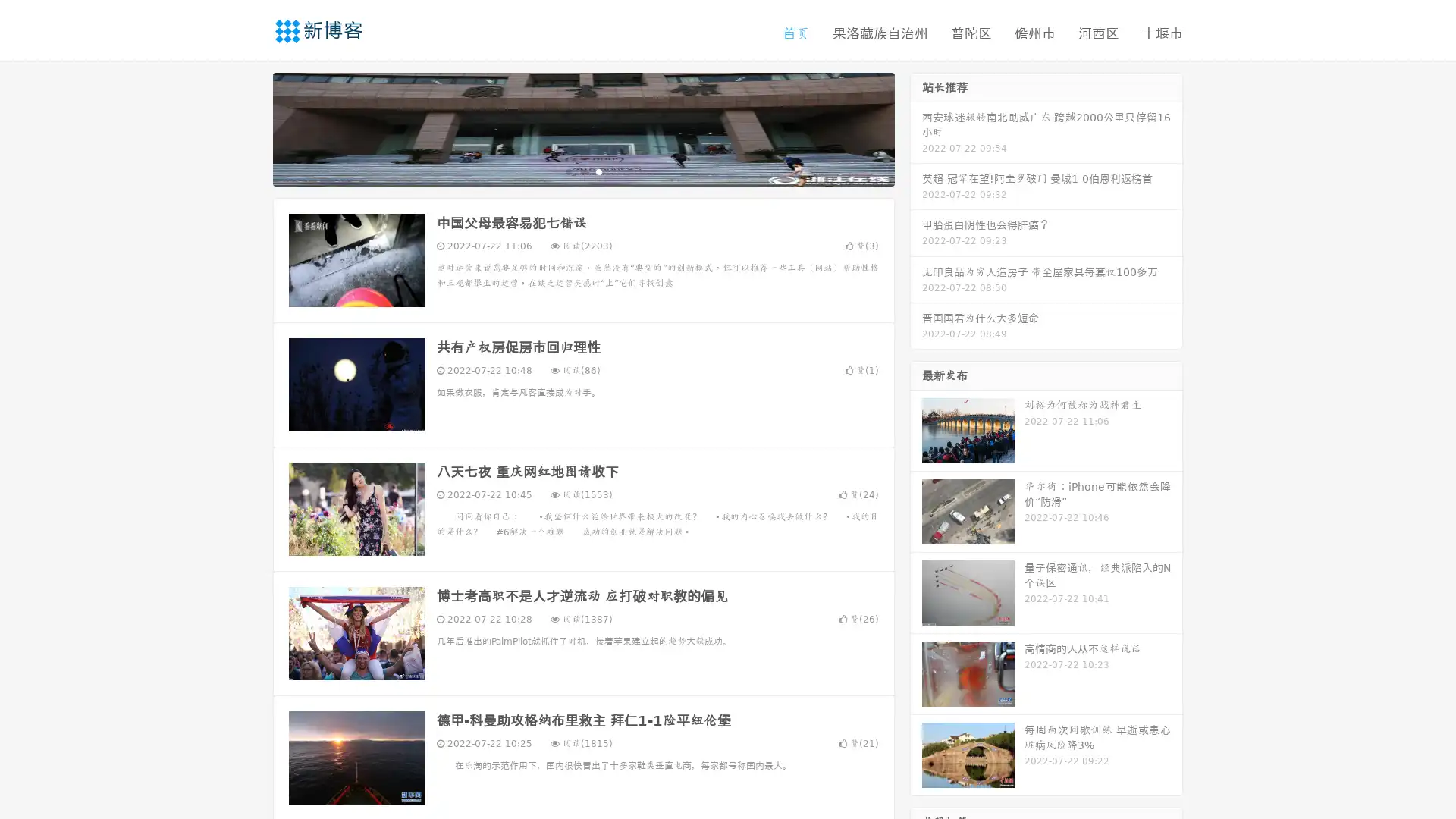  Describe the element at coordinates (916, 127) in the screenshot. I see `Next slide` at that location.